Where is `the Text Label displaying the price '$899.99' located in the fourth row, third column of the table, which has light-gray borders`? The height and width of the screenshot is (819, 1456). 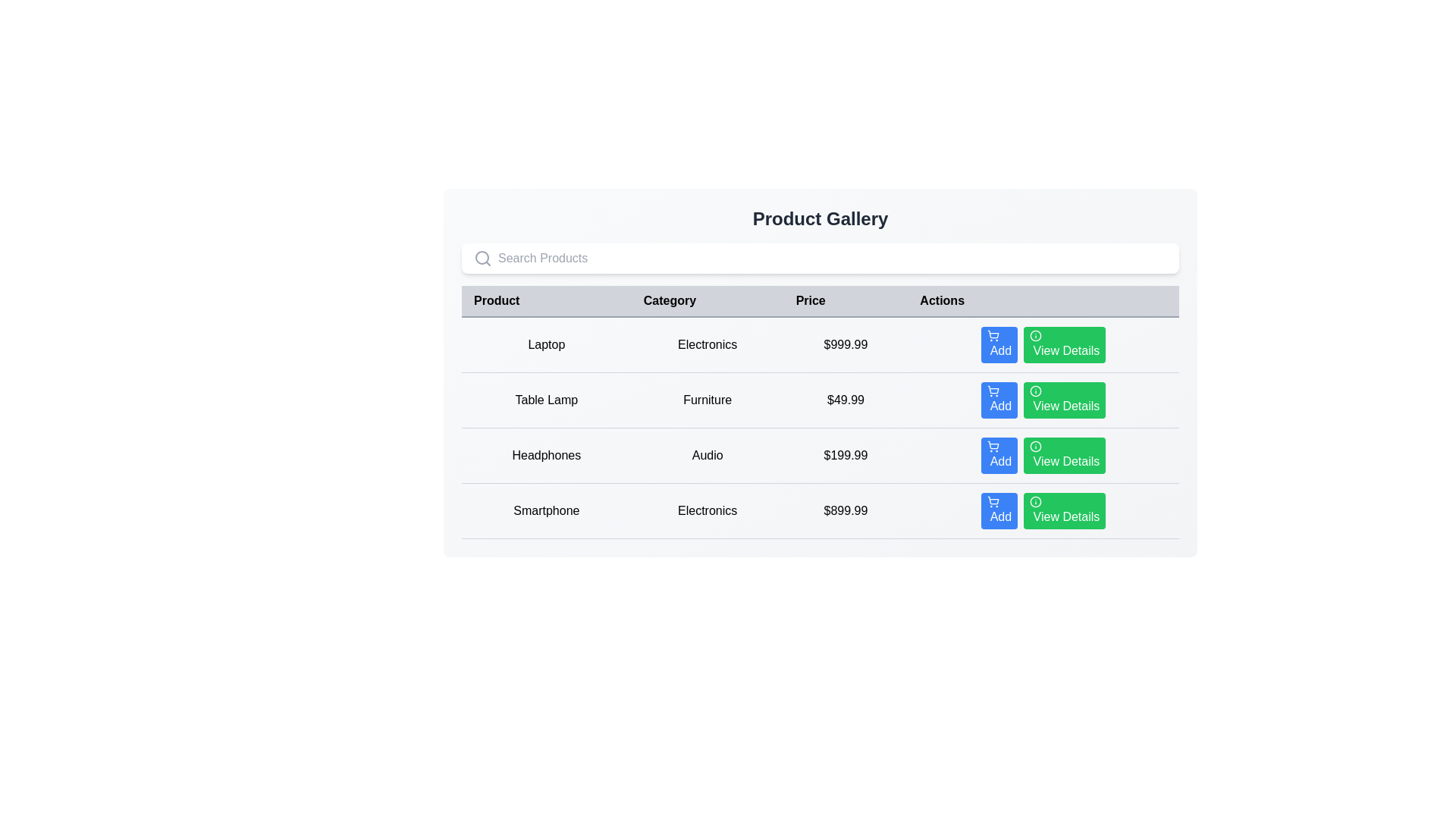
the Text Label displaying the price '$899.99' located in the fourth row, third column of the table, which has light-gray borders is located at coordinates (845, 511).